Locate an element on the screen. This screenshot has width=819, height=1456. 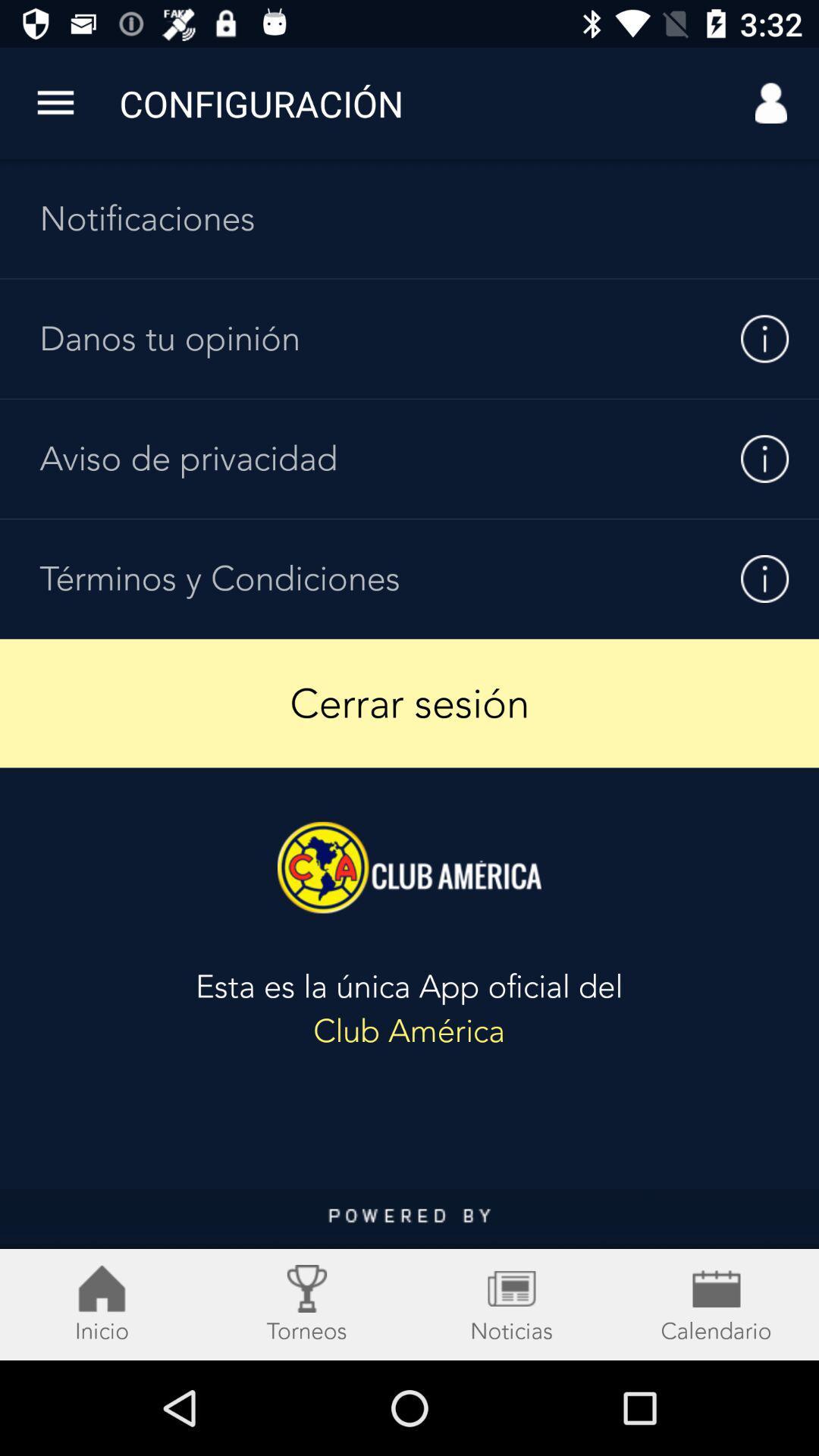
the date_range icon is located at coordinates (512, 1304).